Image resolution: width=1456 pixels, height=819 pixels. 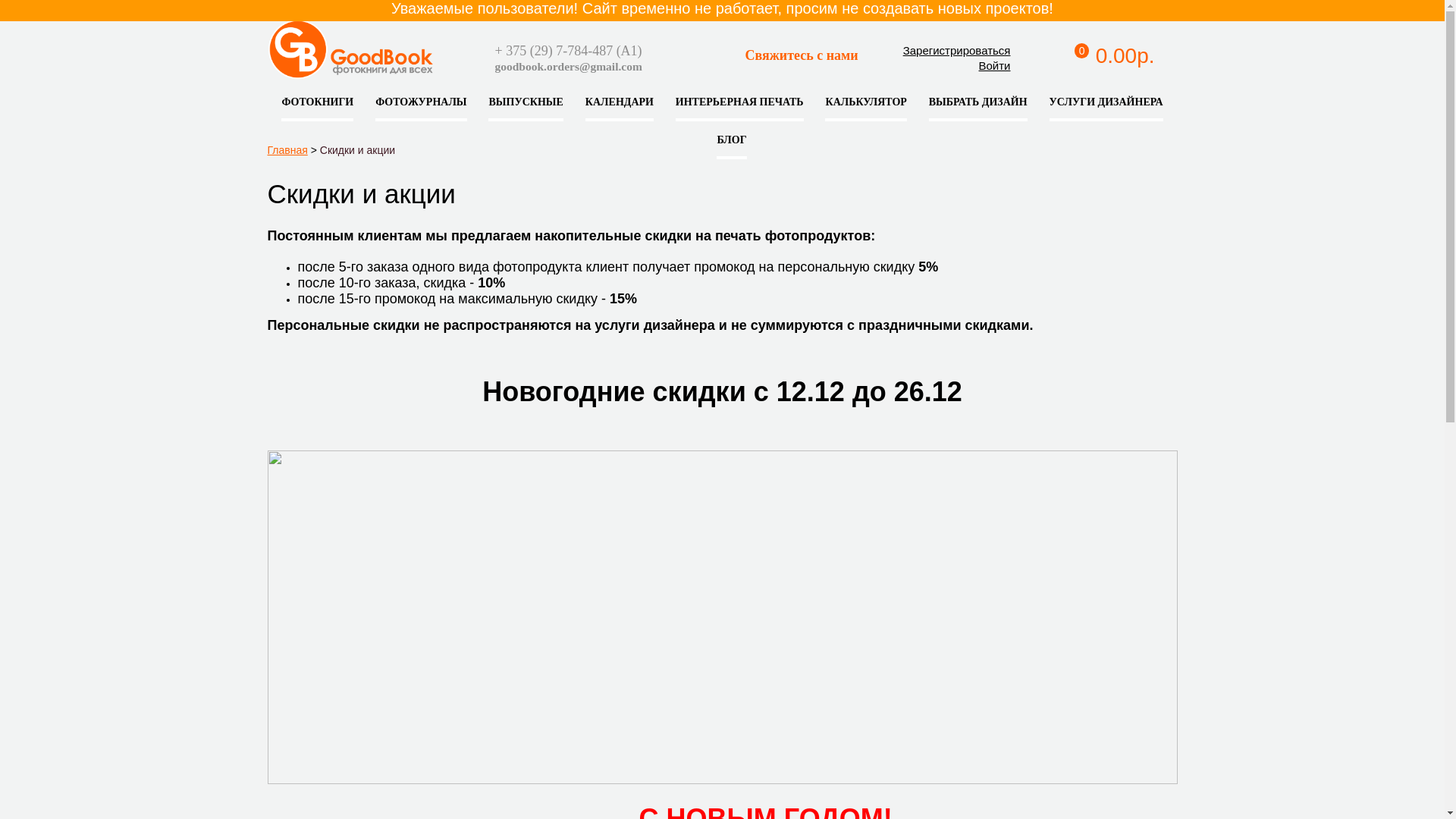 What do you see at coordinates (566, 49) in the screenshot?
I see `'+ 375 (29) 7-784-487 (A1)'` at bounding box center [566, 49].